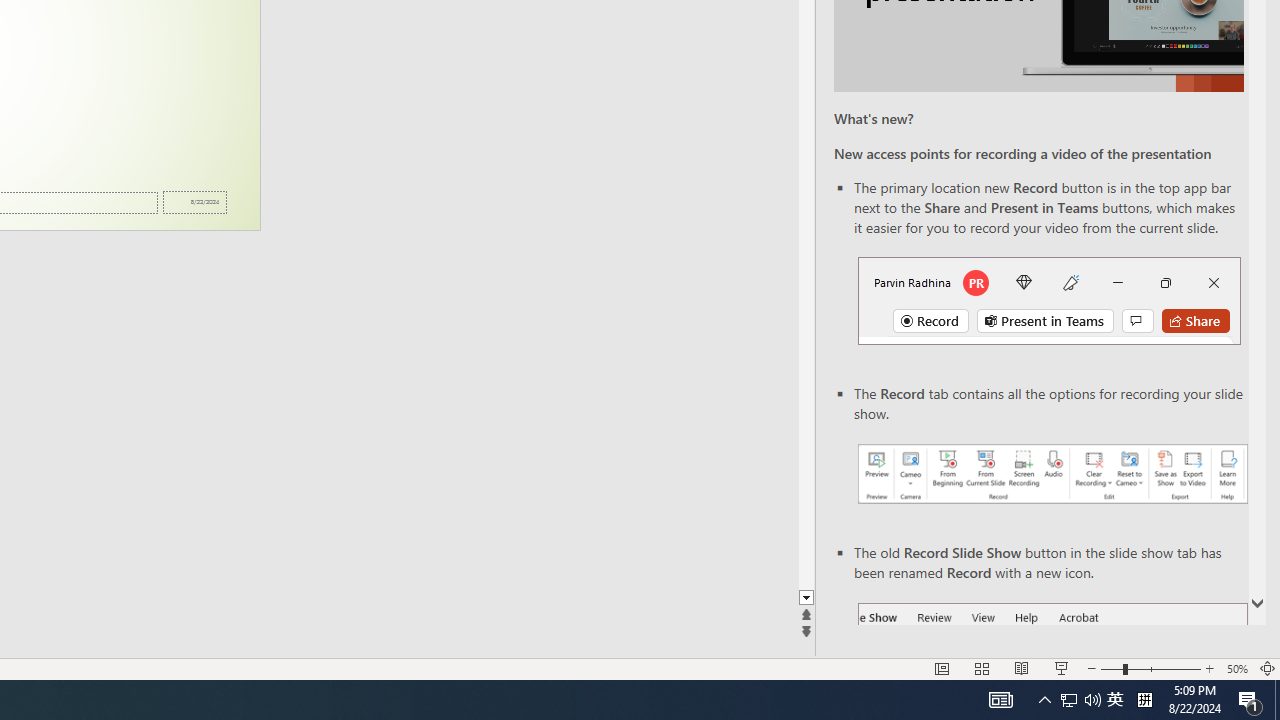 This screenshot has width=1280, height=720. What do you see at coordinates (1150, 669) in the screenshot?
I see `'Zoom'` at bounding box center [1150, 669].